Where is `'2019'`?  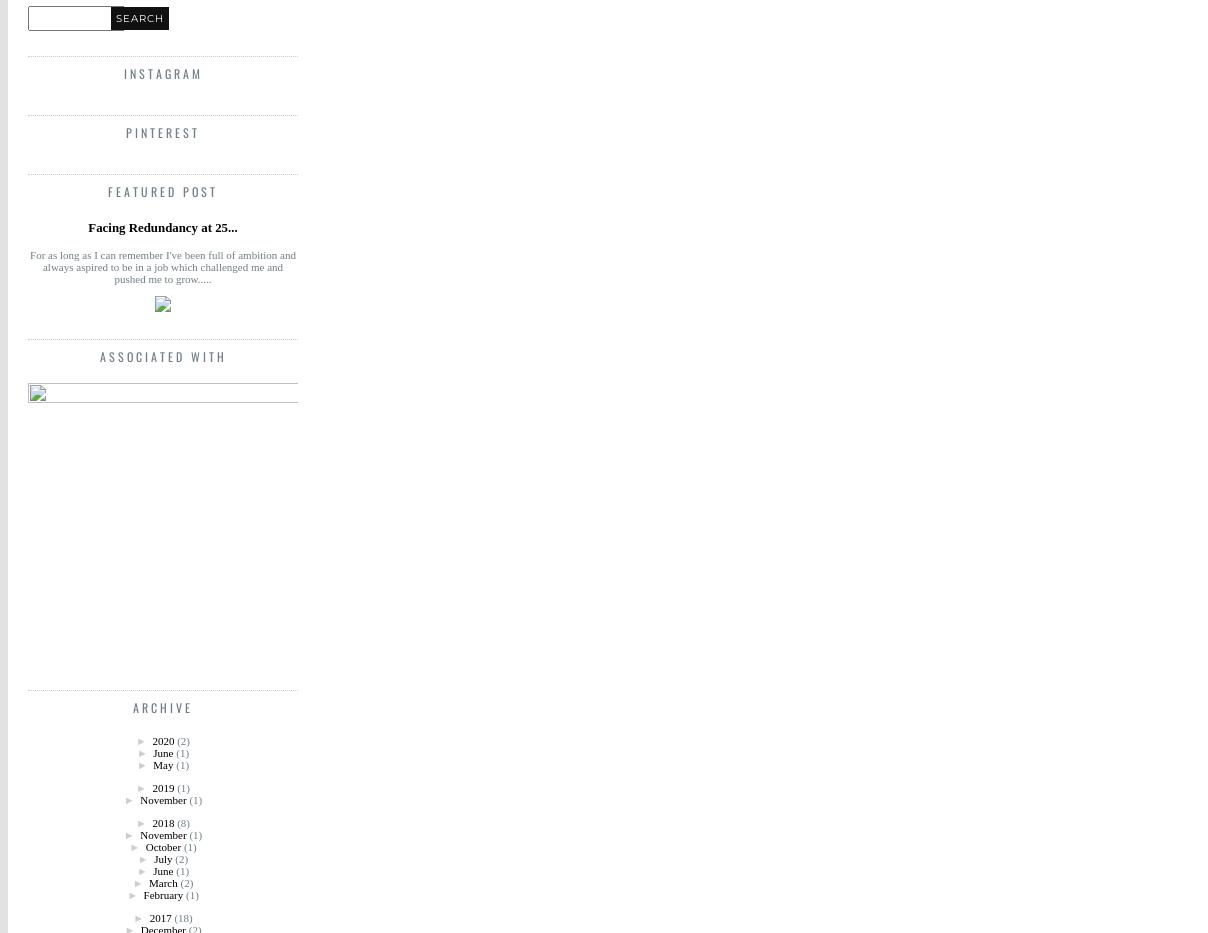
'2019' is located at coordinates (162, 788).